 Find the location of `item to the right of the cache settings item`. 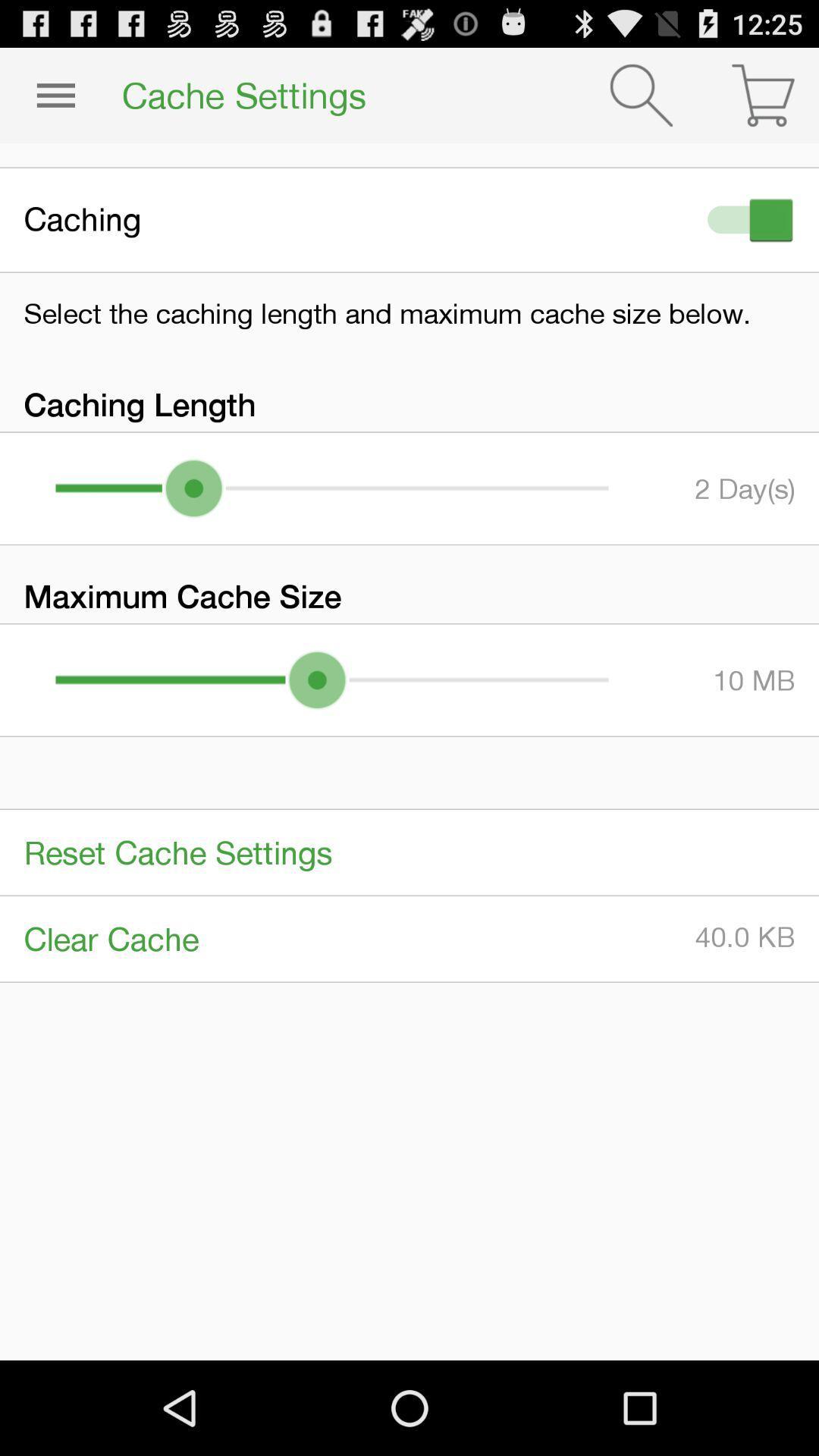

item to the right of the cache settings item is located at coordinates (641, 94).